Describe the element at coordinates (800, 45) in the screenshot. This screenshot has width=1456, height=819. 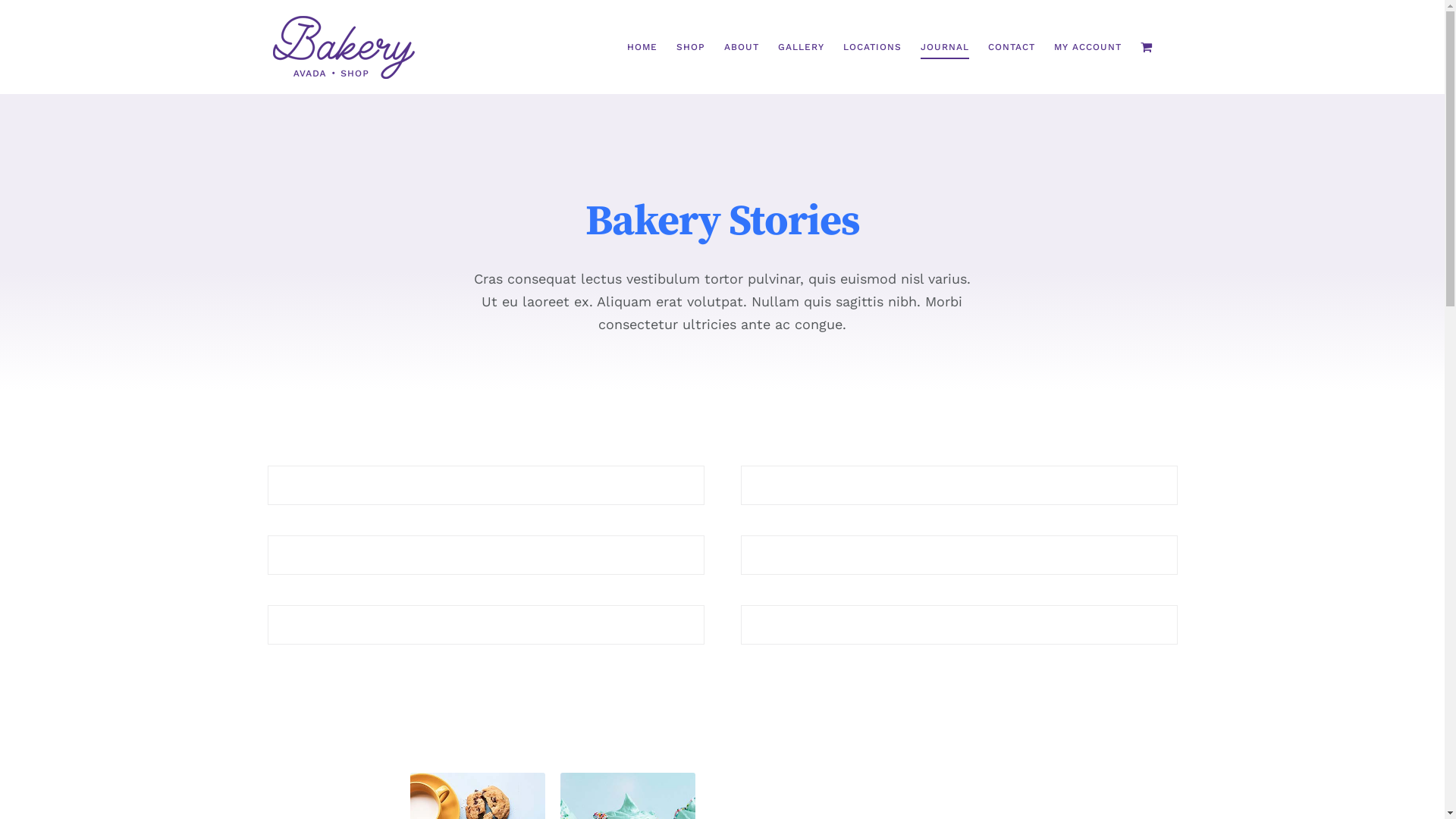
I see `'GALLERY'` at that location.